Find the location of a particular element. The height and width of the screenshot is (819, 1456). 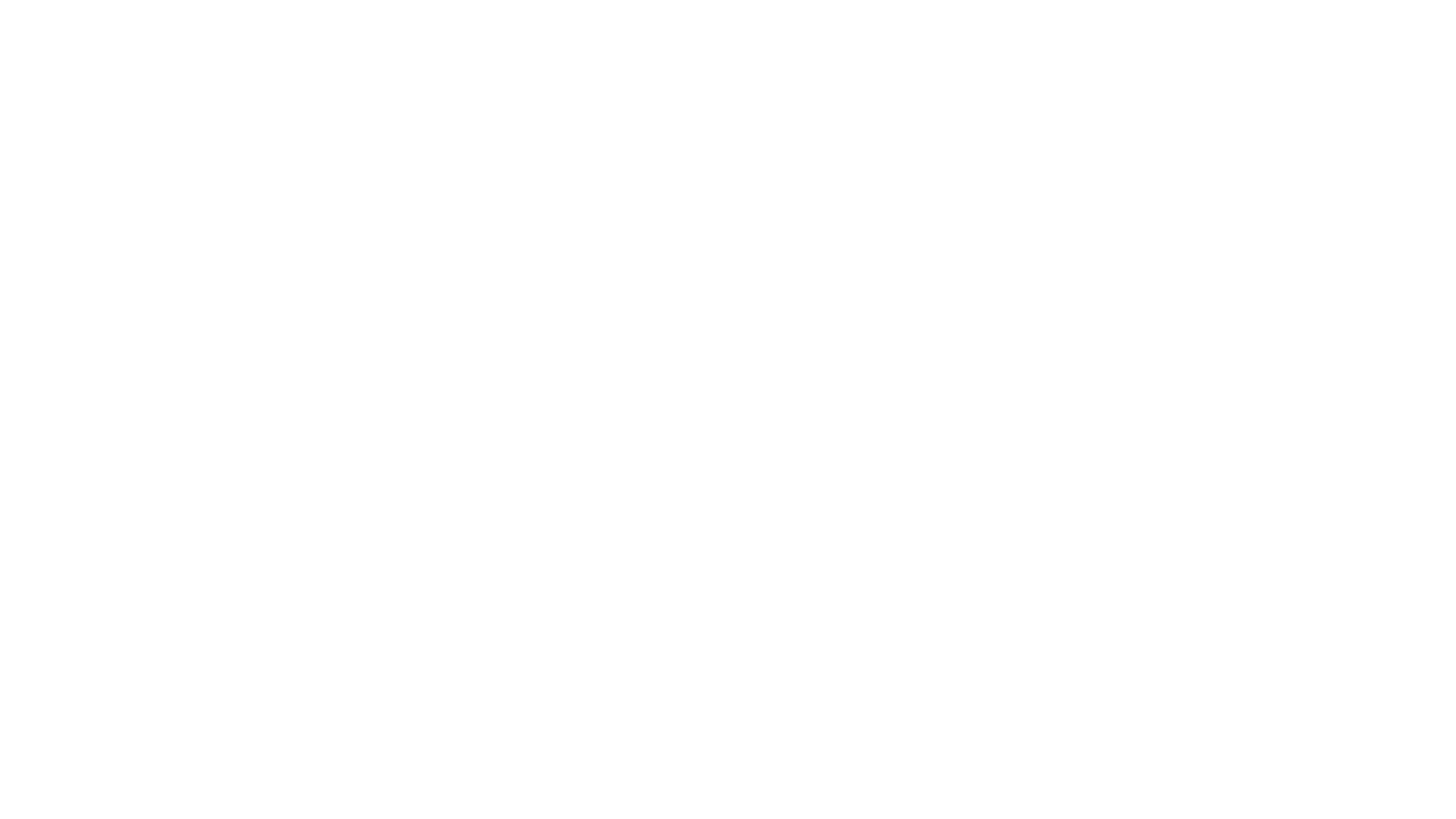

Not Available $15.99 is located at coordinates (1065, 305).